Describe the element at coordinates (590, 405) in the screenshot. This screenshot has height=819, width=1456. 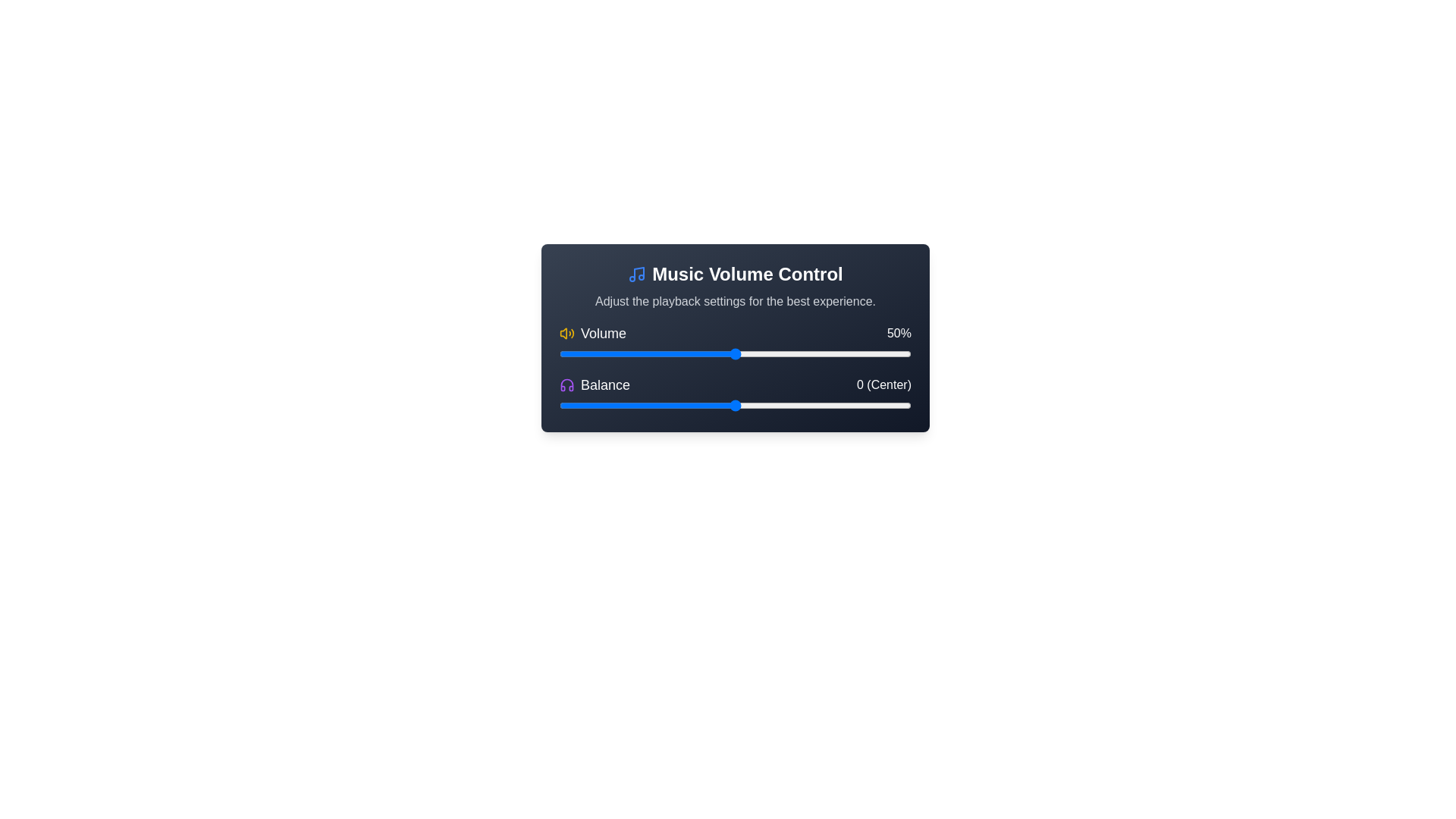
I see `the balance slider to -41 value` at that location.